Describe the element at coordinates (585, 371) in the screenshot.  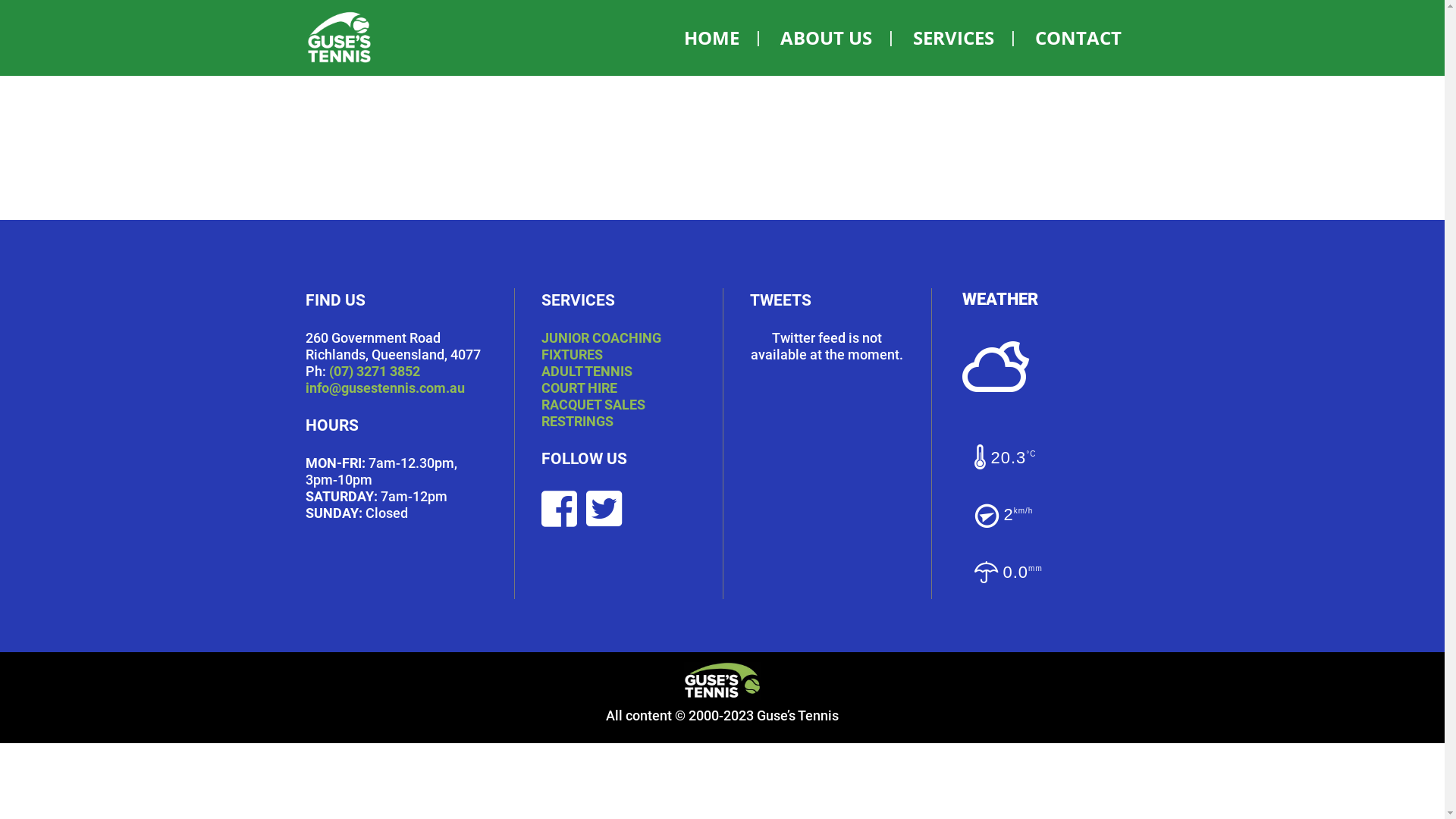
I see `'ADULT TENNIS'` at that location.